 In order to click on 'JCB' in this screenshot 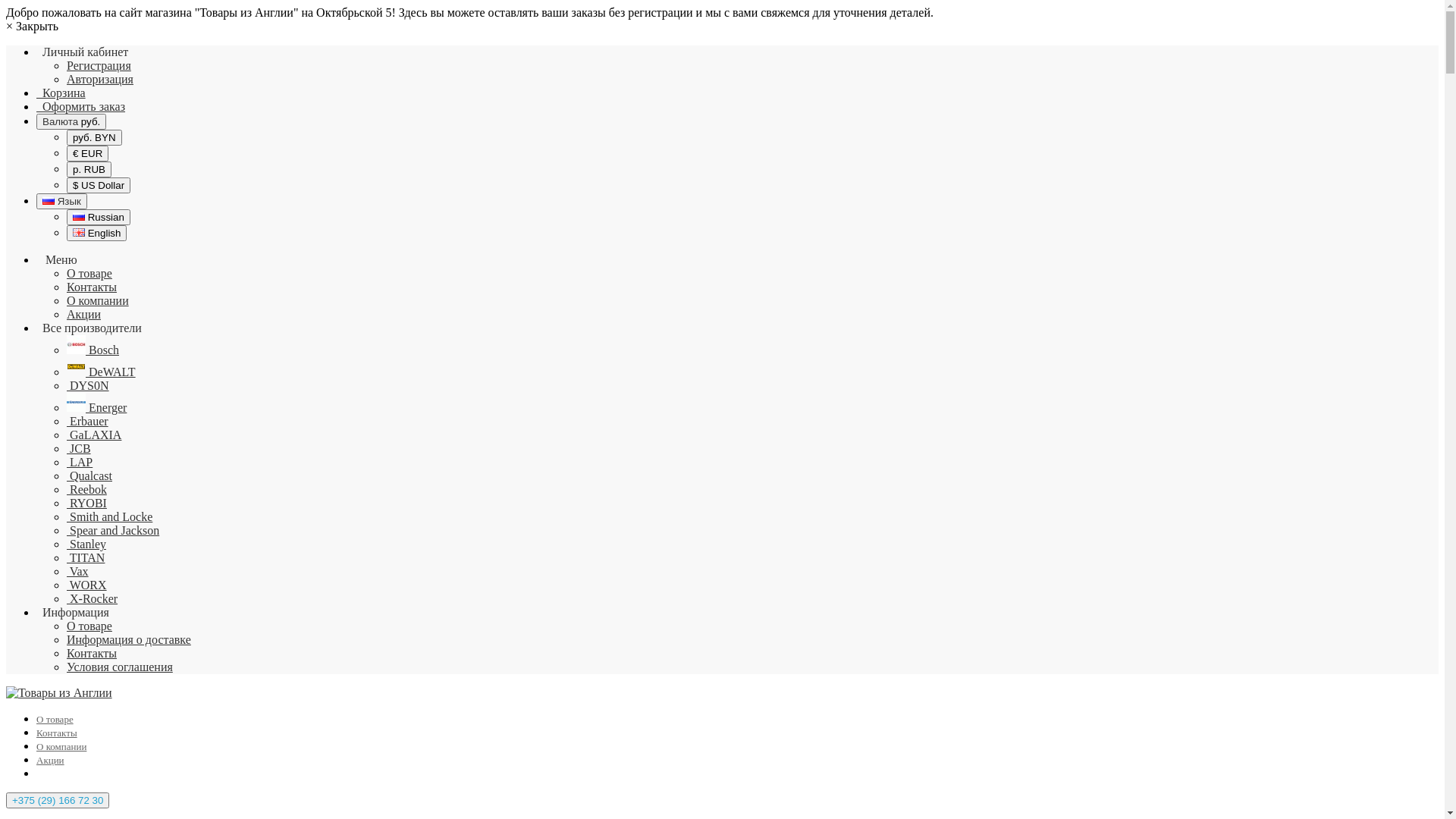, I will do `click(78, 447)`.